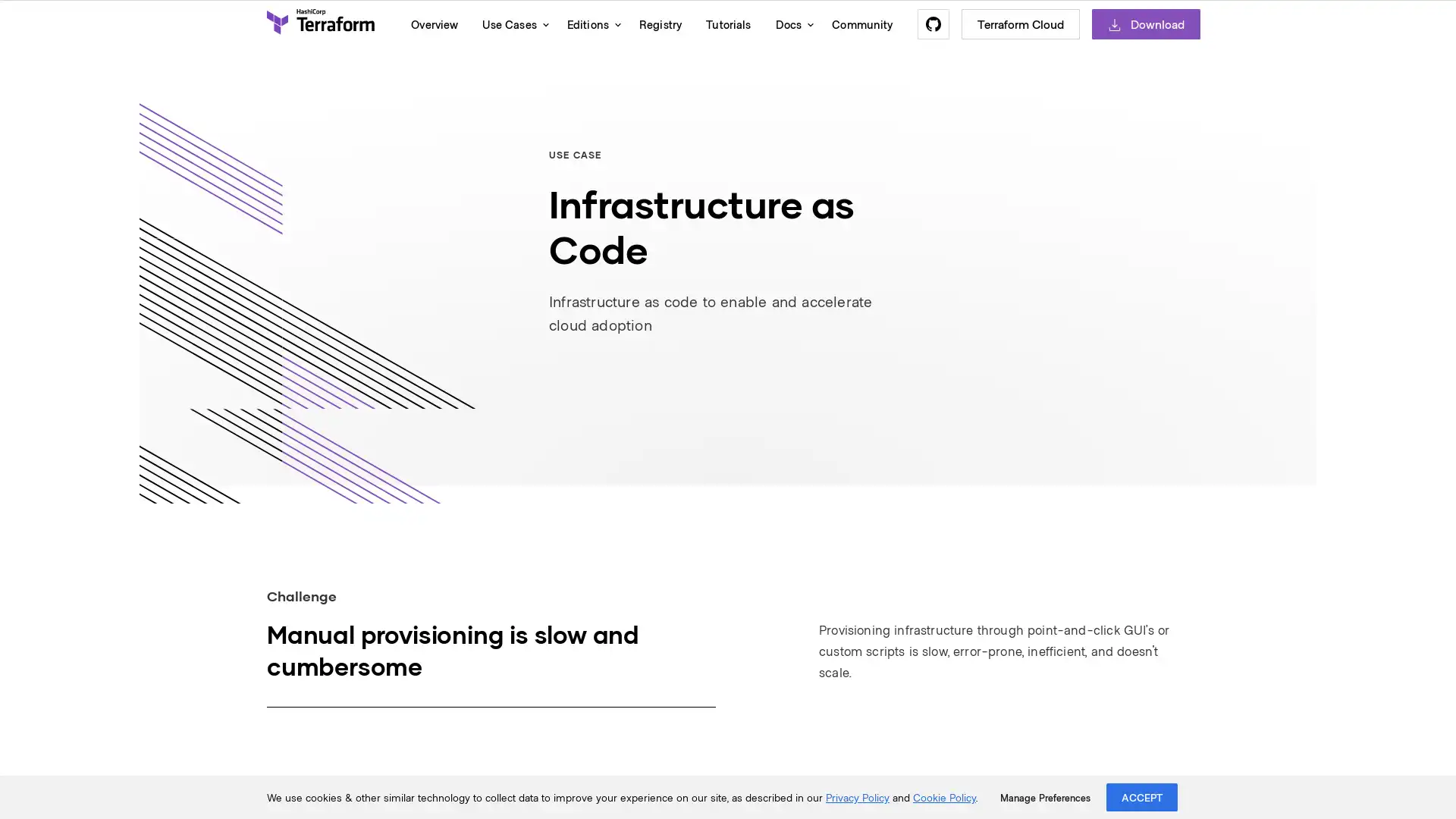  I want to click on Docs, so click(790, 24).